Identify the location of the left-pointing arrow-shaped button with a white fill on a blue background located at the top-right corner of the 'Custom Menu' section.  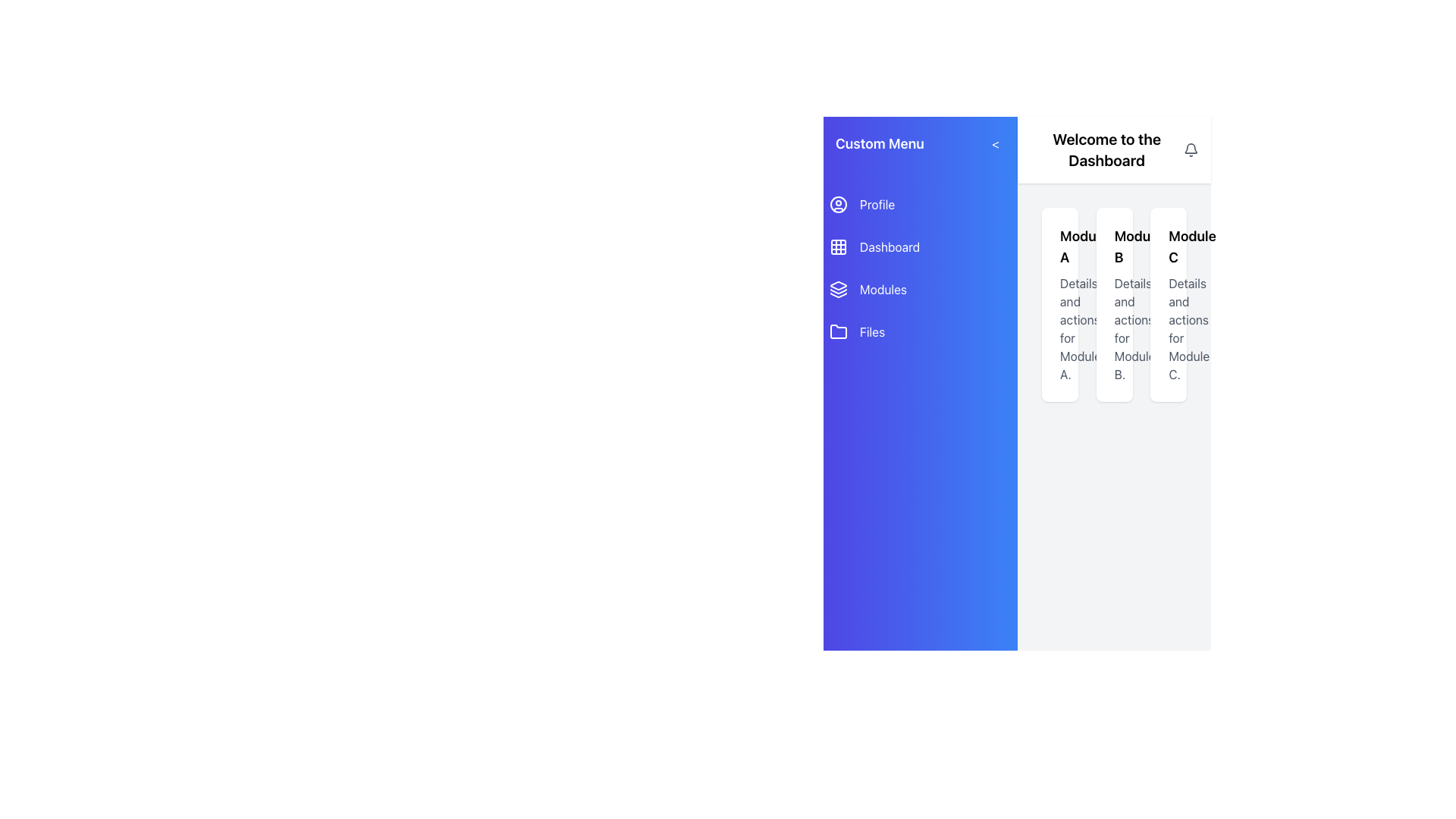
(996, 143).